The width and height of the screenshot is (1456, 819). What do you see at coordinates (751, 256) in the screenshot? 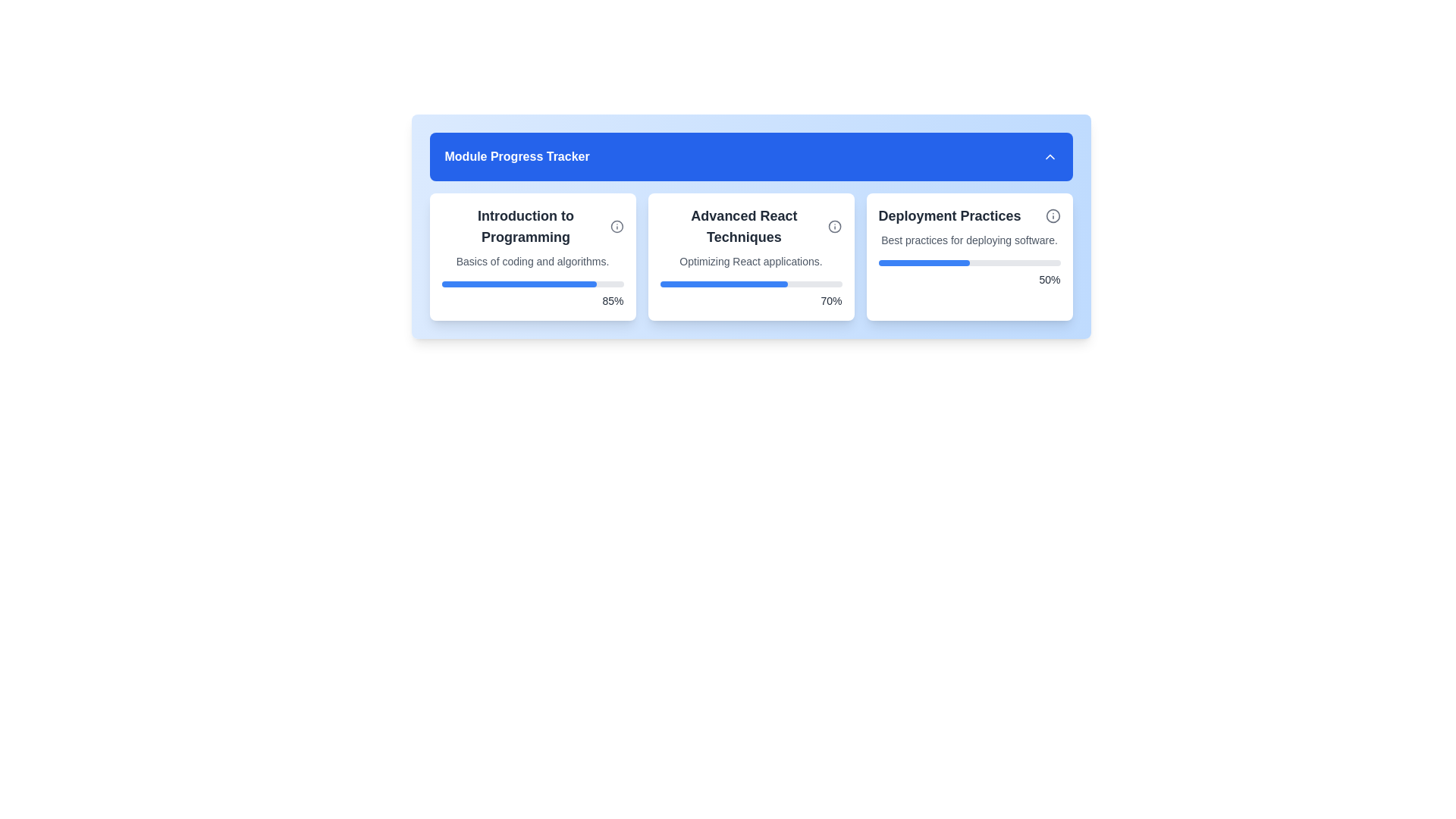
I see `the Card in the center of the module progress tracker section` at bounding box center [751, 256].